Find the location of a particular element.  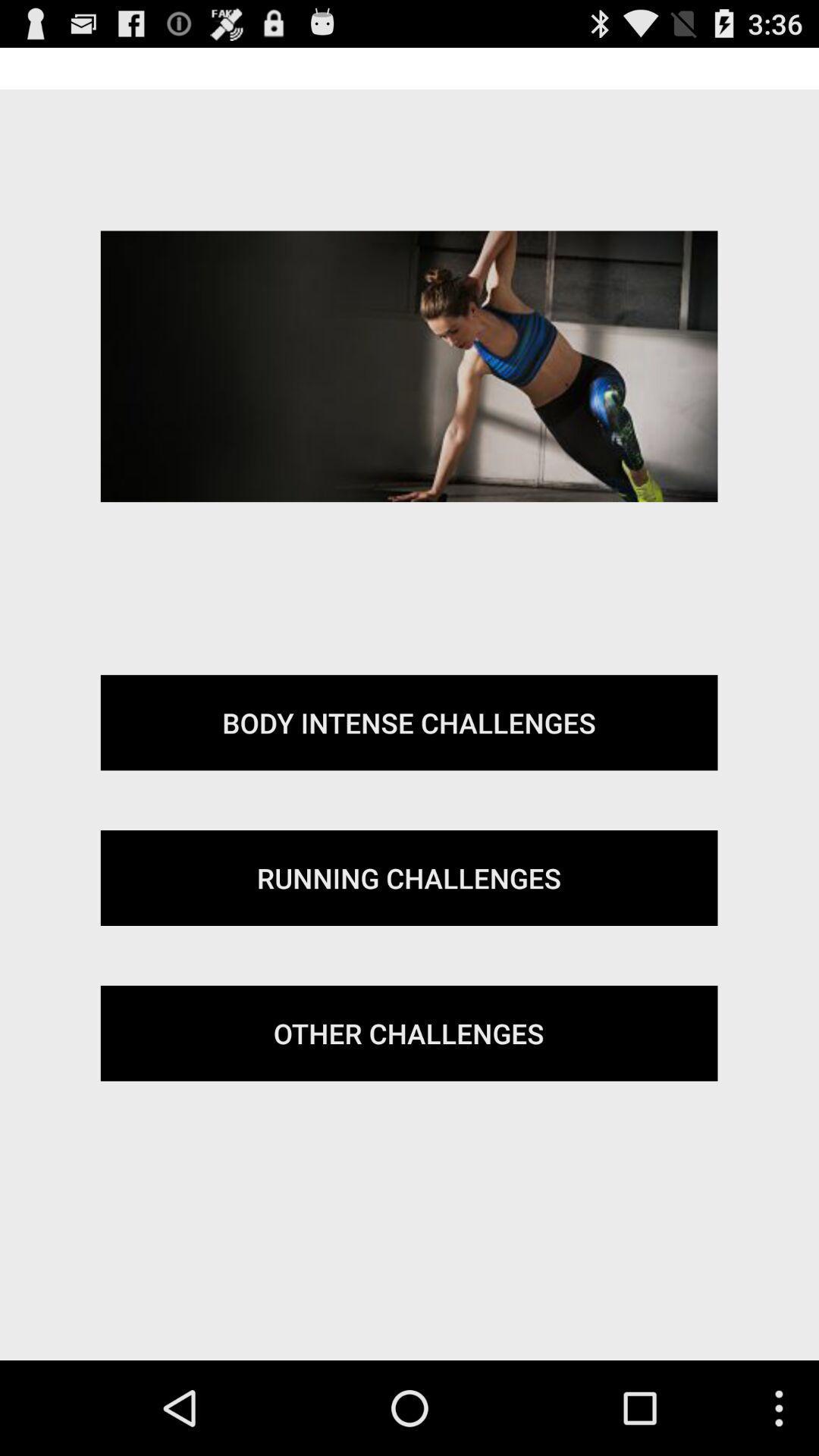

the running challenges icon is located at coordinates (408, 877).